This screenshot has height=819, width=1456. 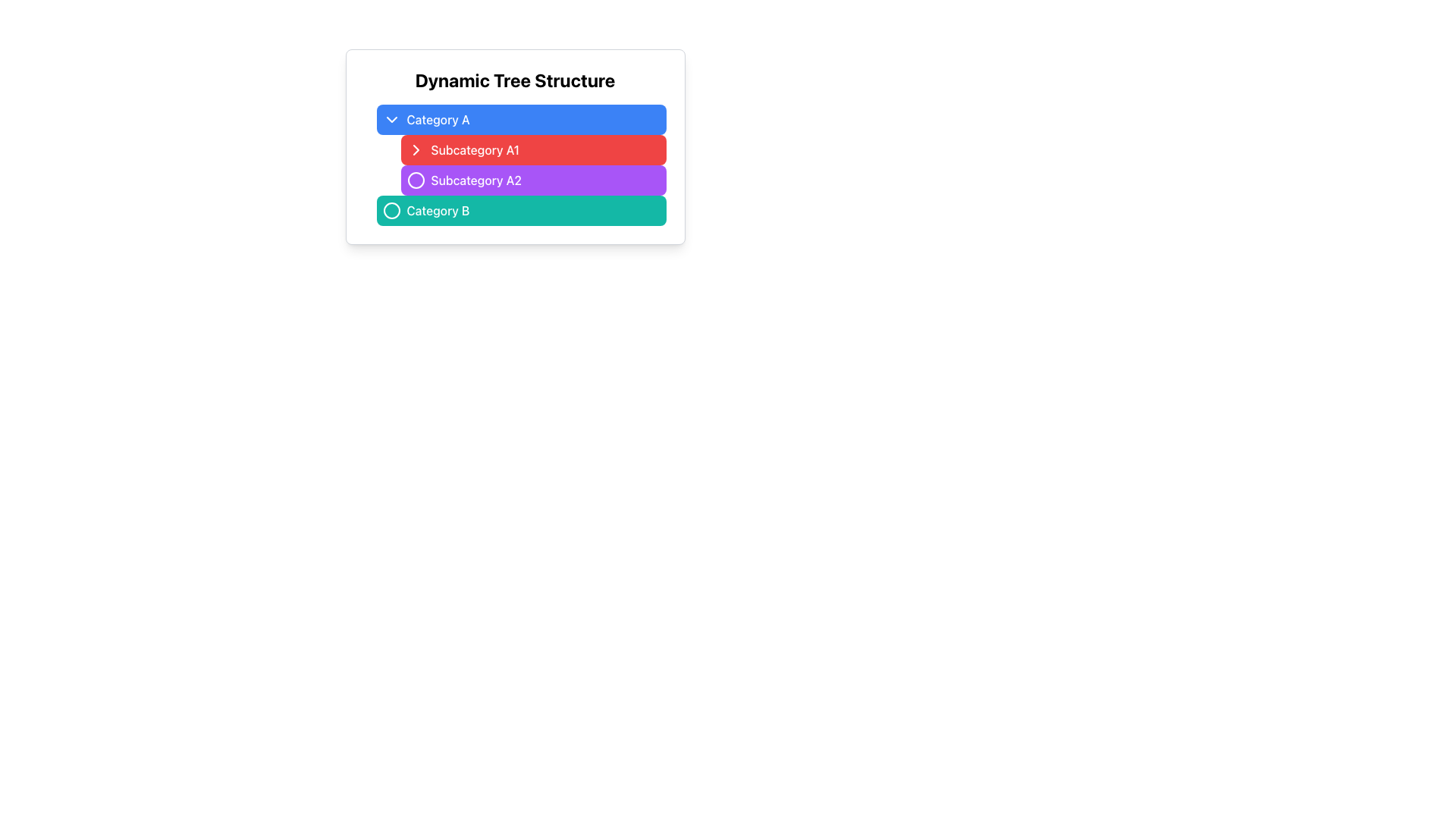 What do you see at coordinates (438, 119) in the screenshot?
I see `the blue button labeled 'Category A' which contains the text label identifying the 'Category A' node` at bounding box center [438, 119].